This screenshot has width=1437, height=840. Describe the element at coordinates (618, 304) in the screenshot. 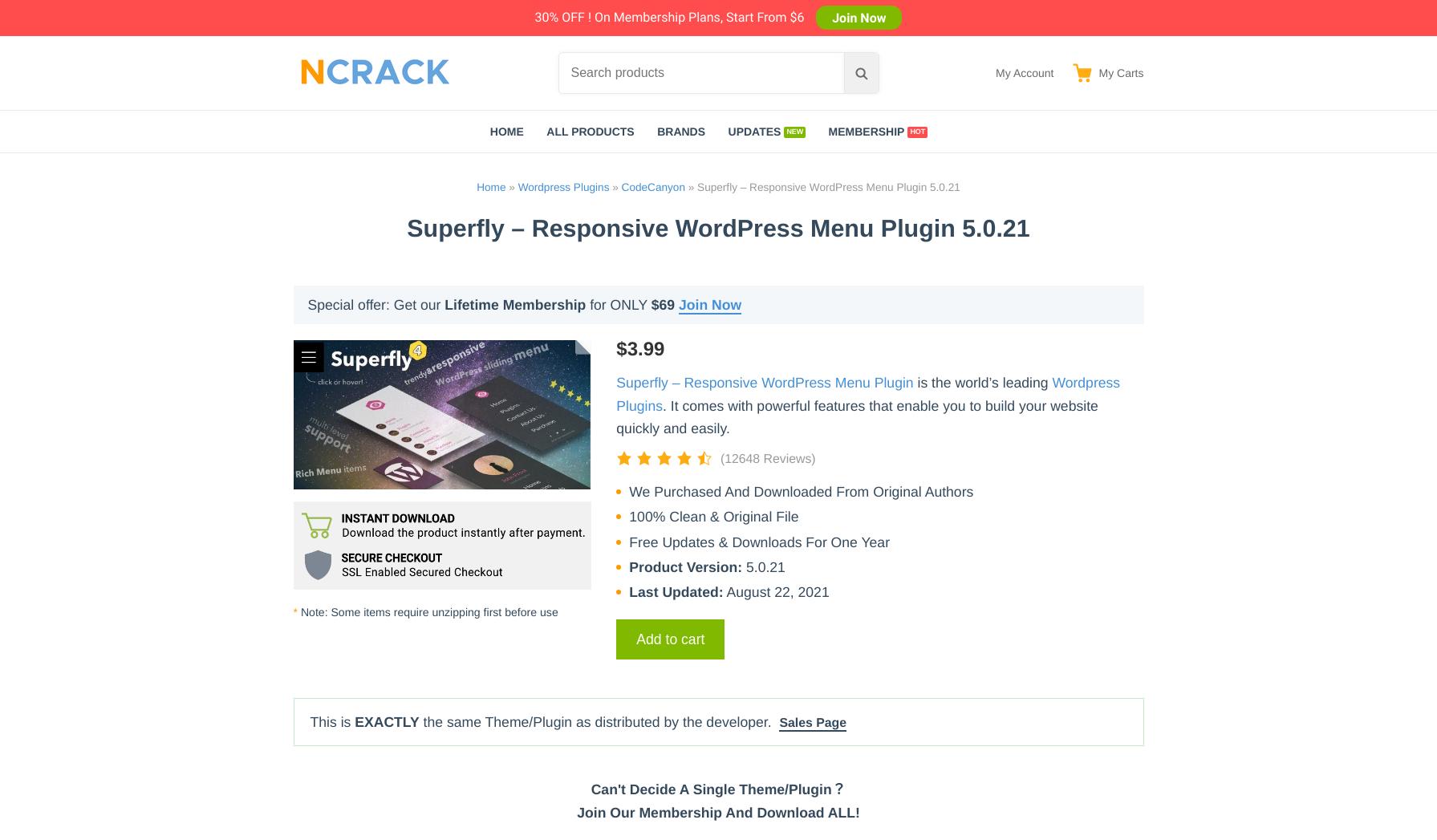

I see `'for ONLY'` at that location.